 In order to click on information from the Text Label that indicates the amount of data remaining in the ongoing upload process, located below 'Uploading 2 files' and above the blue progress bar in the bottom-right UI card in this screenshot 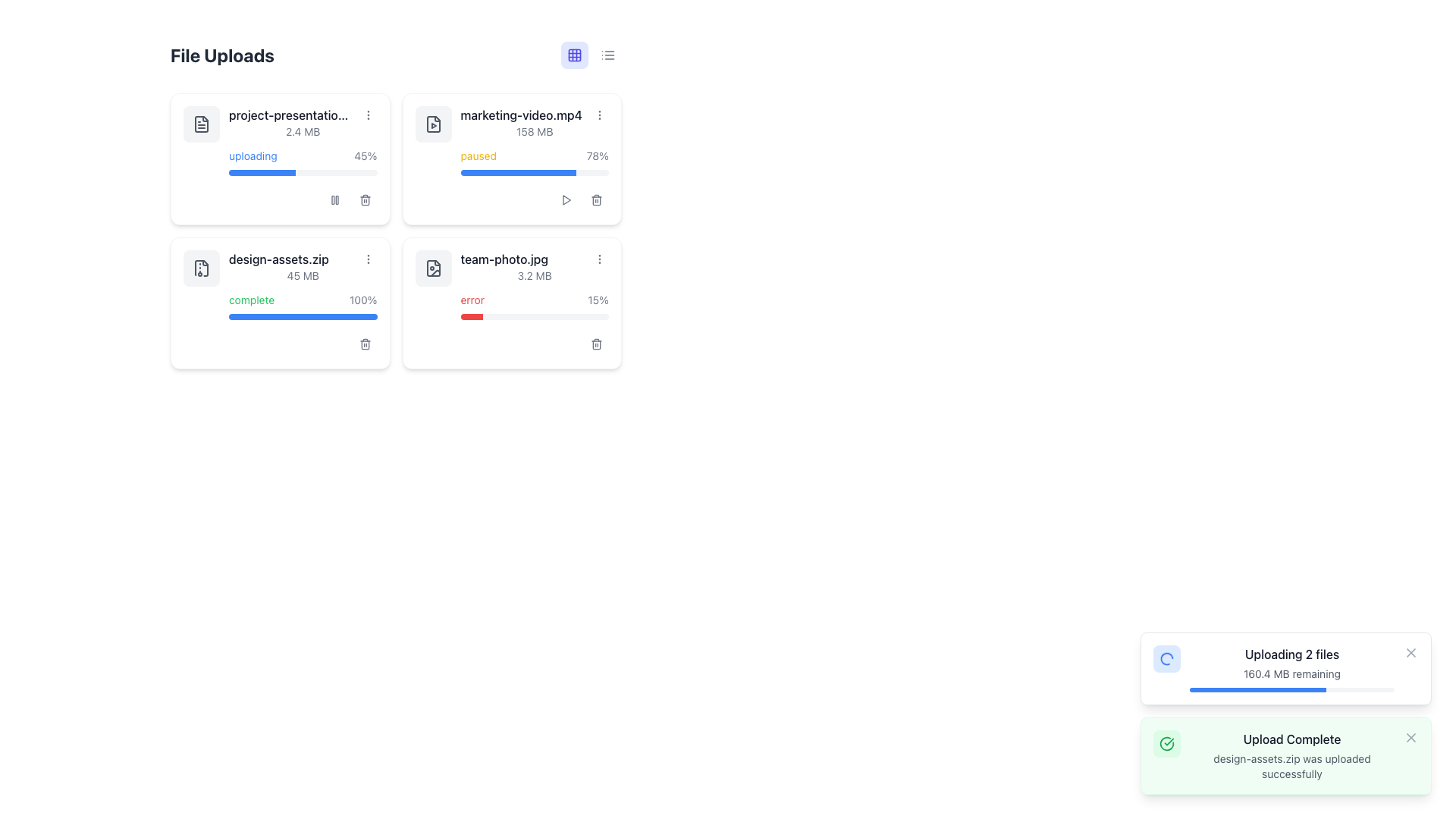, I will do `click(1291, 673)`.